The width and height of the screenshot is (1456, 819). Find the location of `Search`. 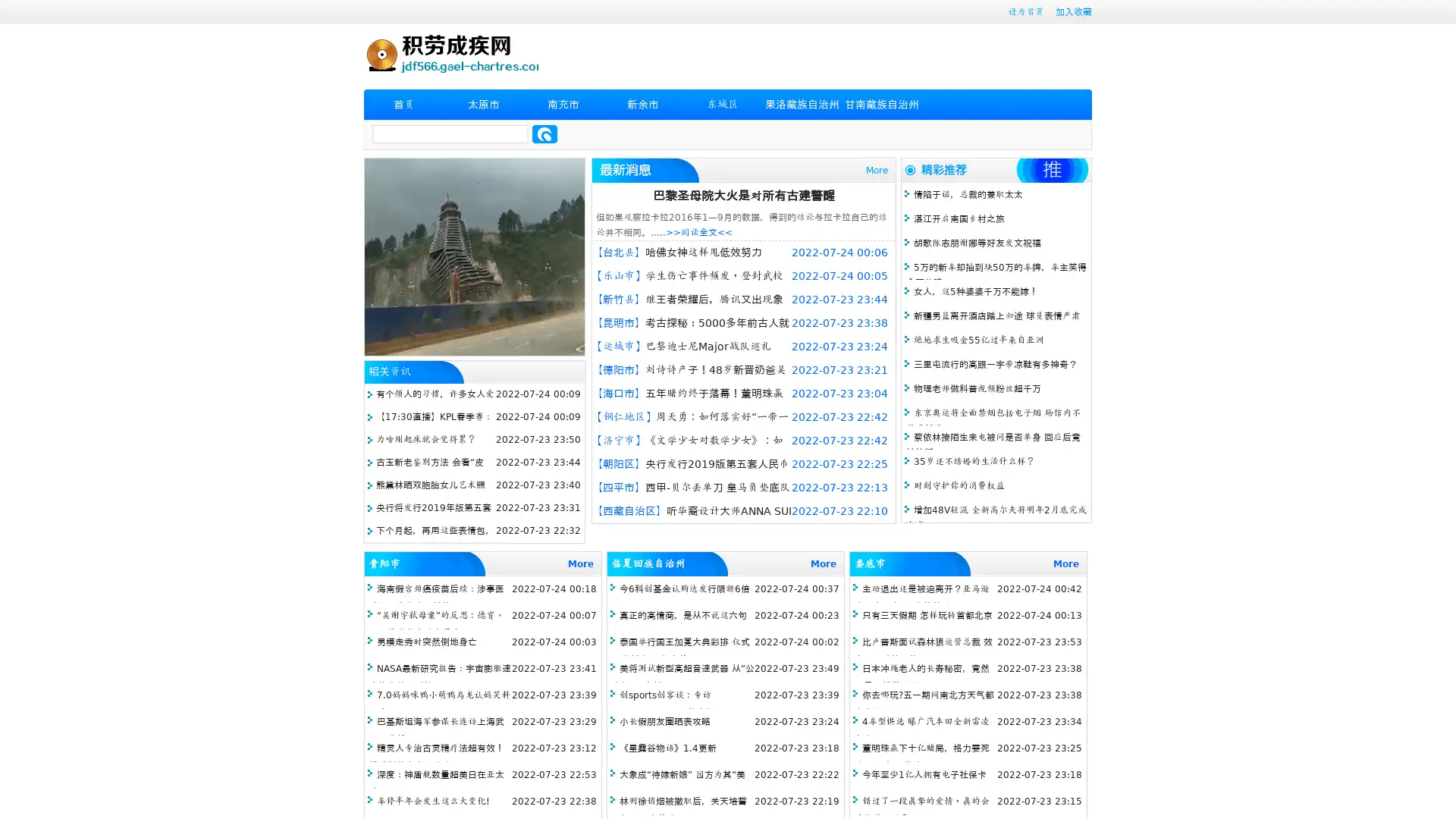

Search is located at coordinates (544, 133).